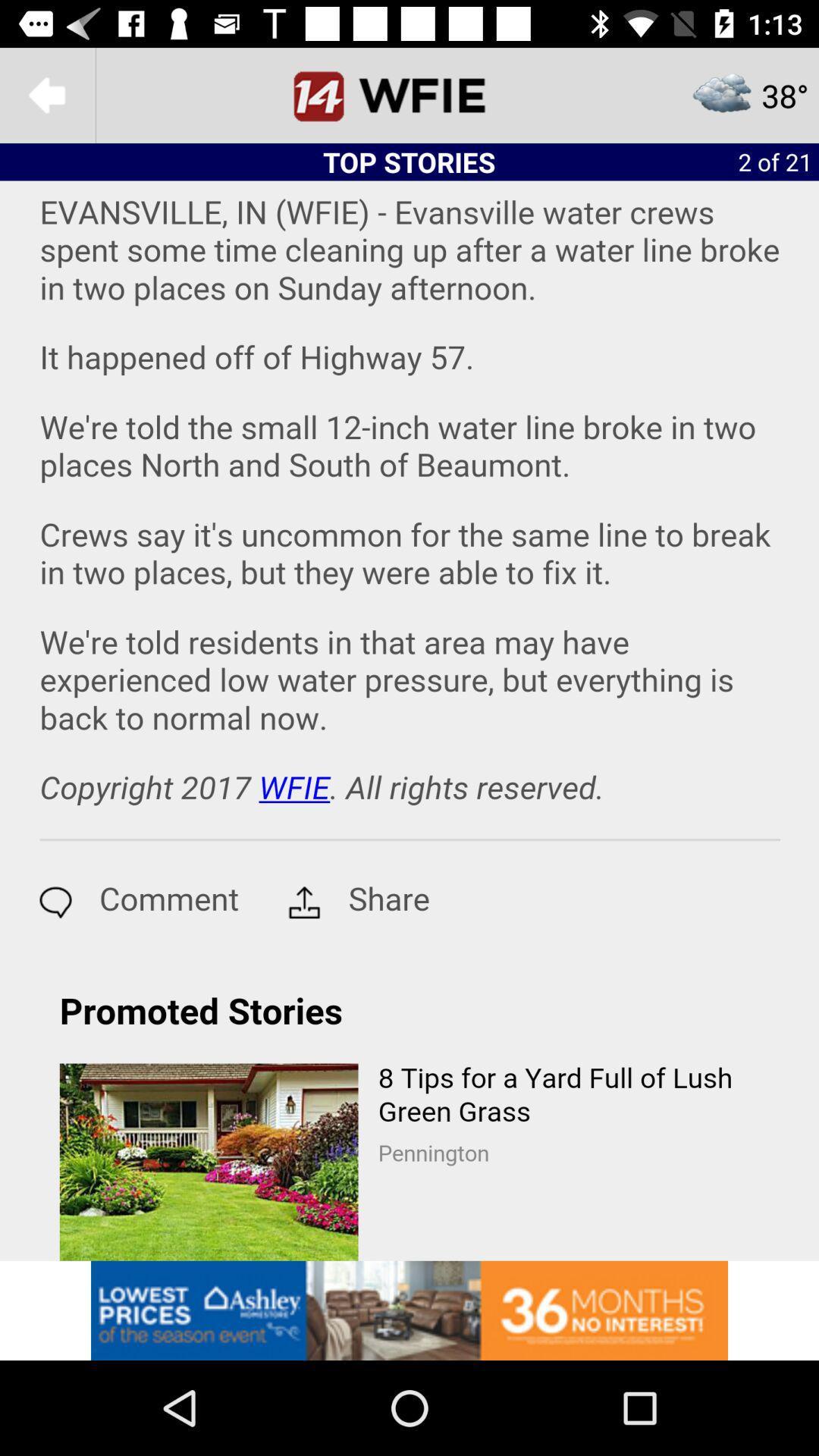 This screenshot has width=819, height=1456. Describe the element at coordinates (409, 94) in the screenshot. I see `go home` at that location.